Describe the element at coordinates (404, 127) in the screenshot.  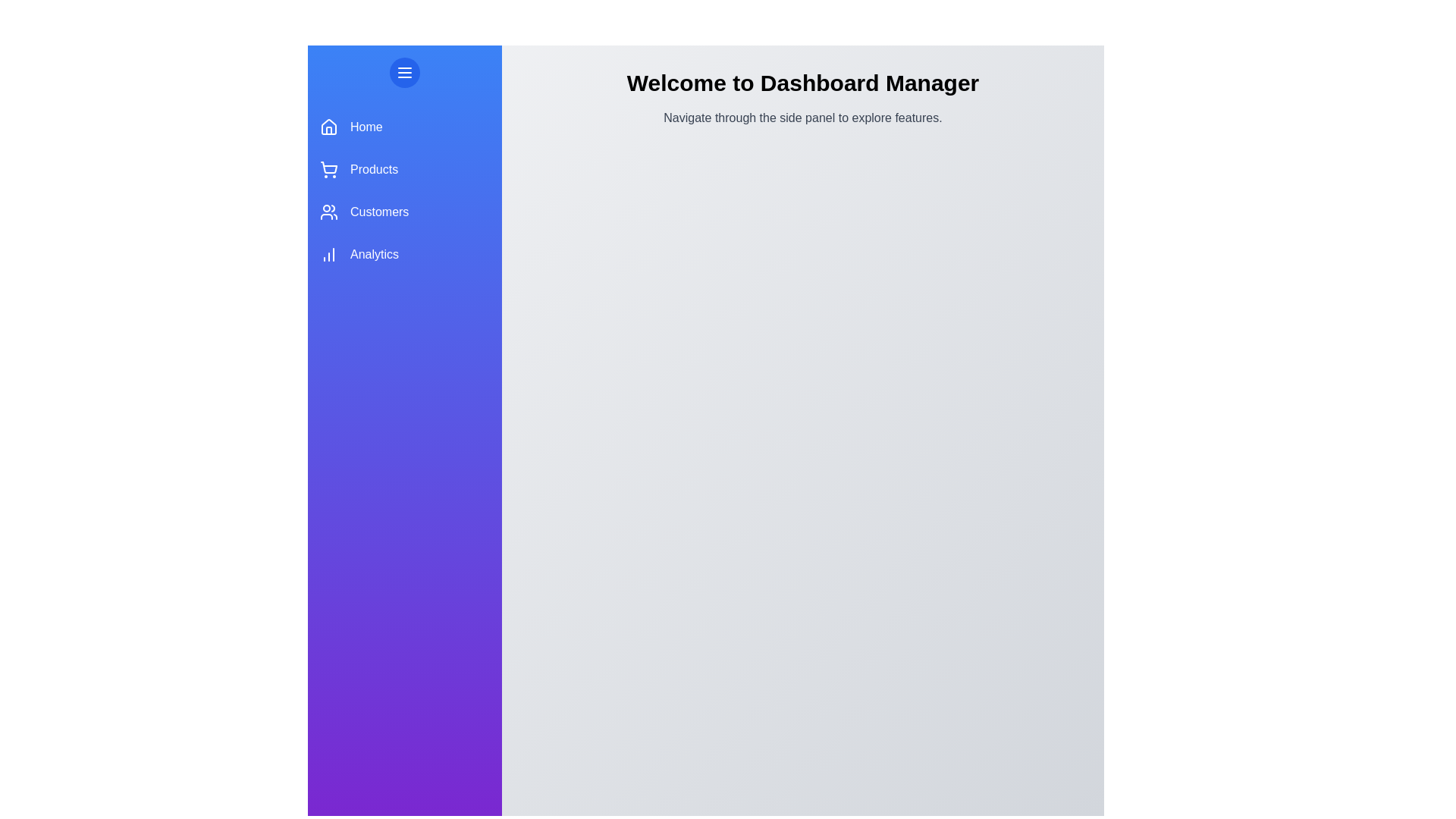
I see `the sidebar item Home to observe its hover effect` at that location.